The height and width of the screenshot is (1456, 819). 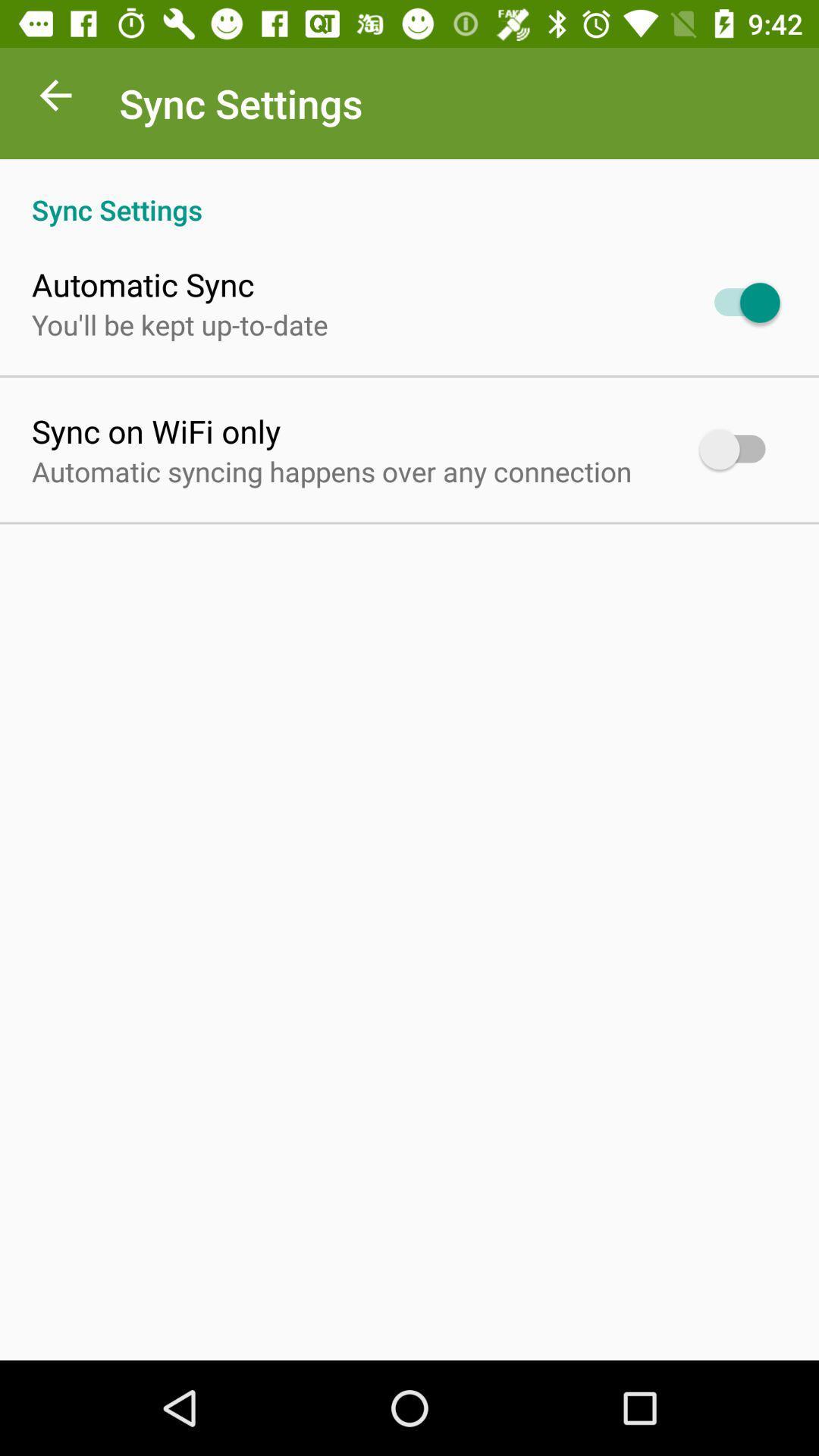 I want to click on the app below the automatic sync item, so click(x=179, y=324).